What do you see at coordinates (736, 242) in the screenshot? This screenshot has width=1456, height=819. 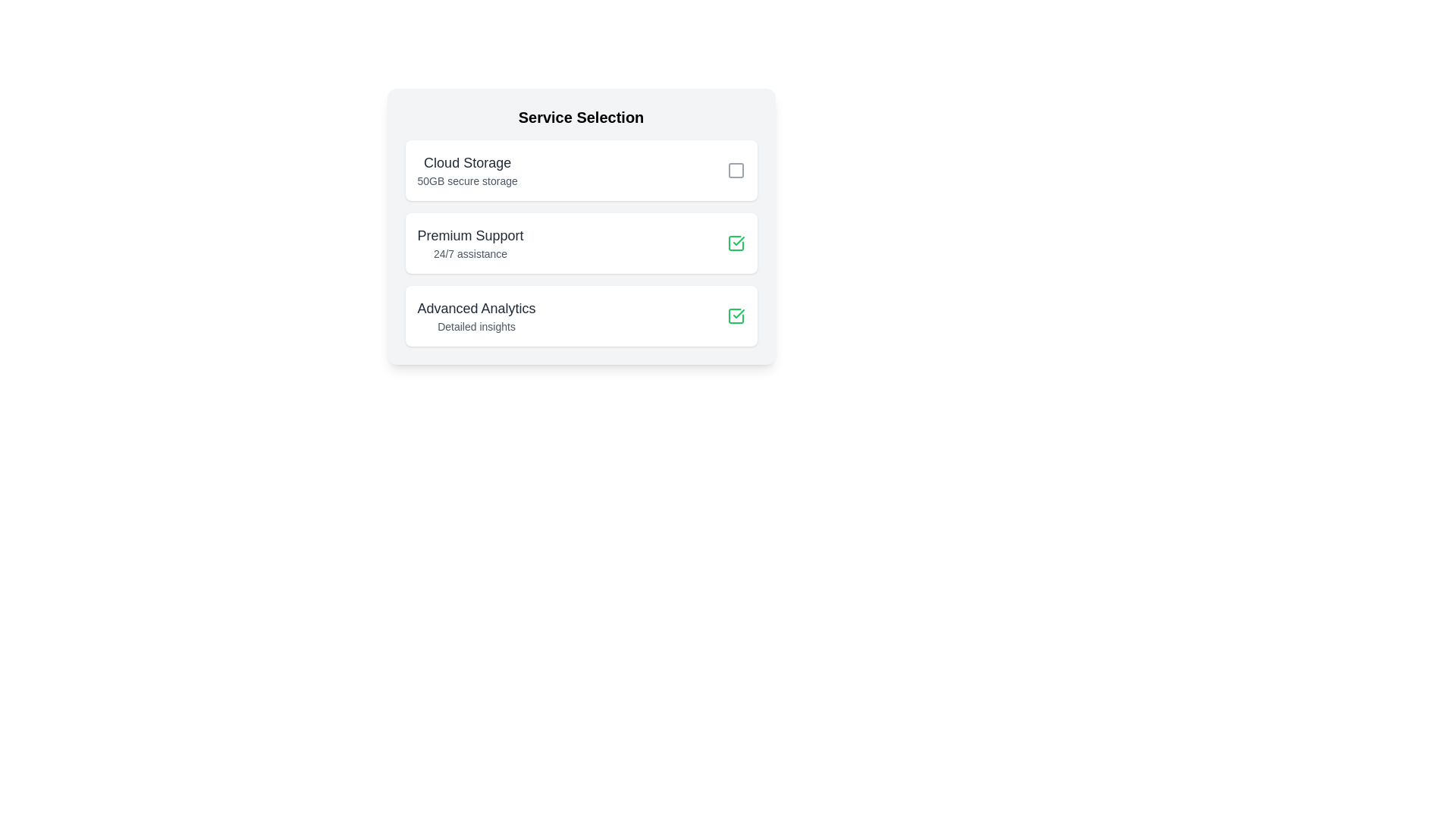 I see `the green checkmark icon inside the square outline` at bounding box center [736, 242].